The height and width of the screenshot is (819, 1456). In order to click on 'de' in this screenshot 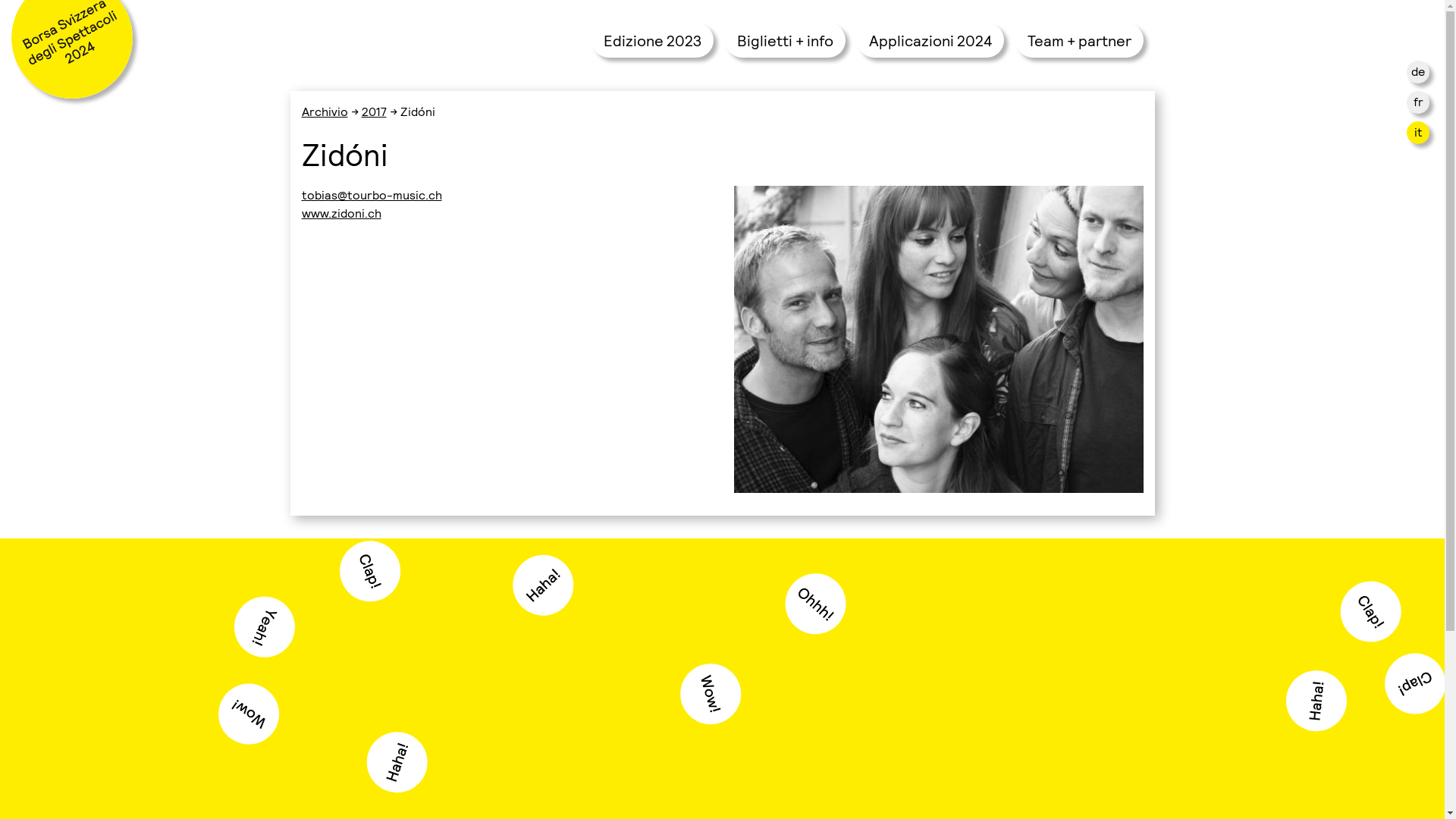, I will do `click(1417, 71)`.